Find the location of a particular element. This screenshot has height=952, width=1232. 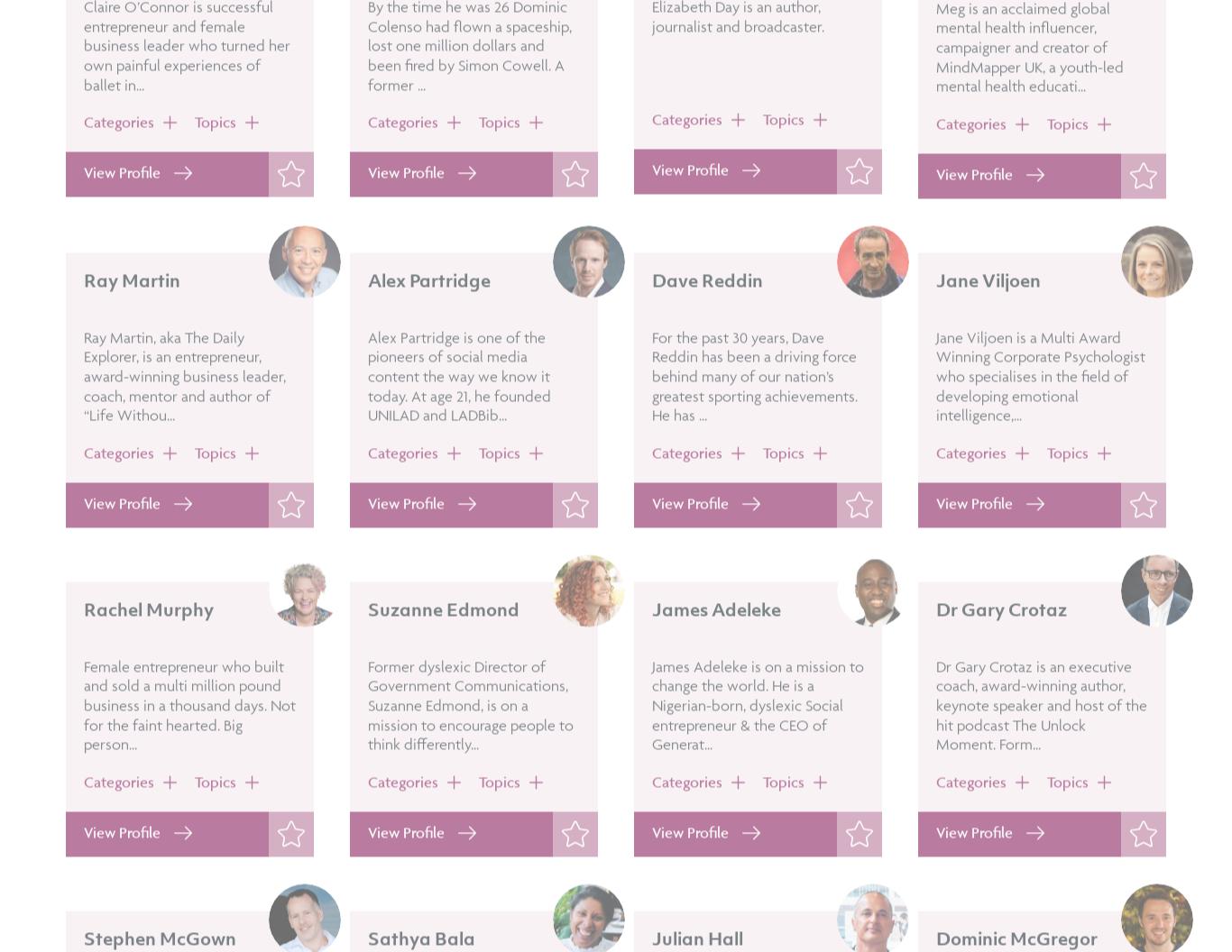

'James Adeleke is on a mission to change the world. He is a Nigerian-born, dyslexic Social entrepreneur & the CEO of Generat...' is located at coordinates (757, 755).